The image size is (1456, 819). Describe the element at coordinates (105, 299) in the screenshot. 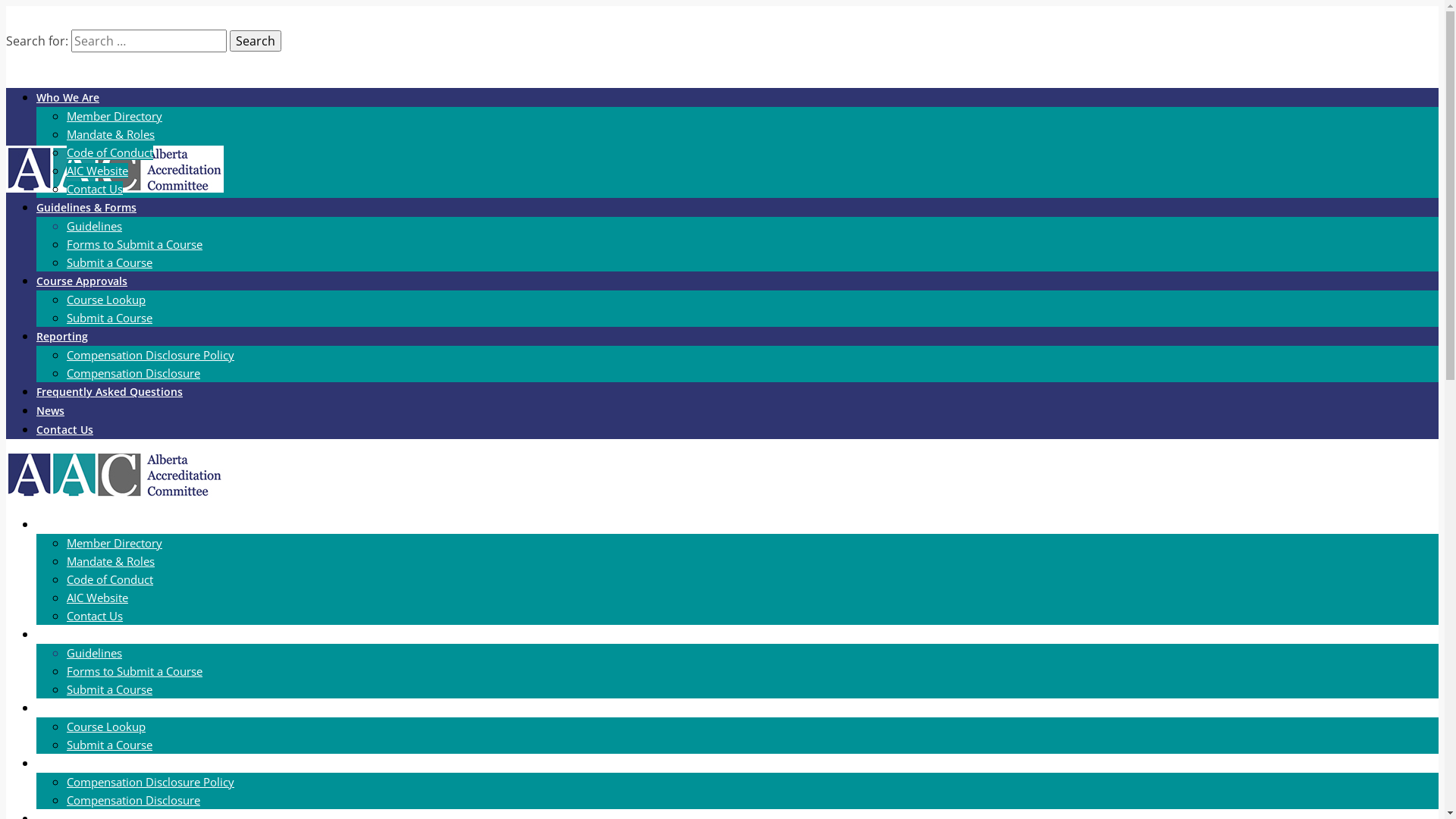

I see `'Course Lookup'` at that location.